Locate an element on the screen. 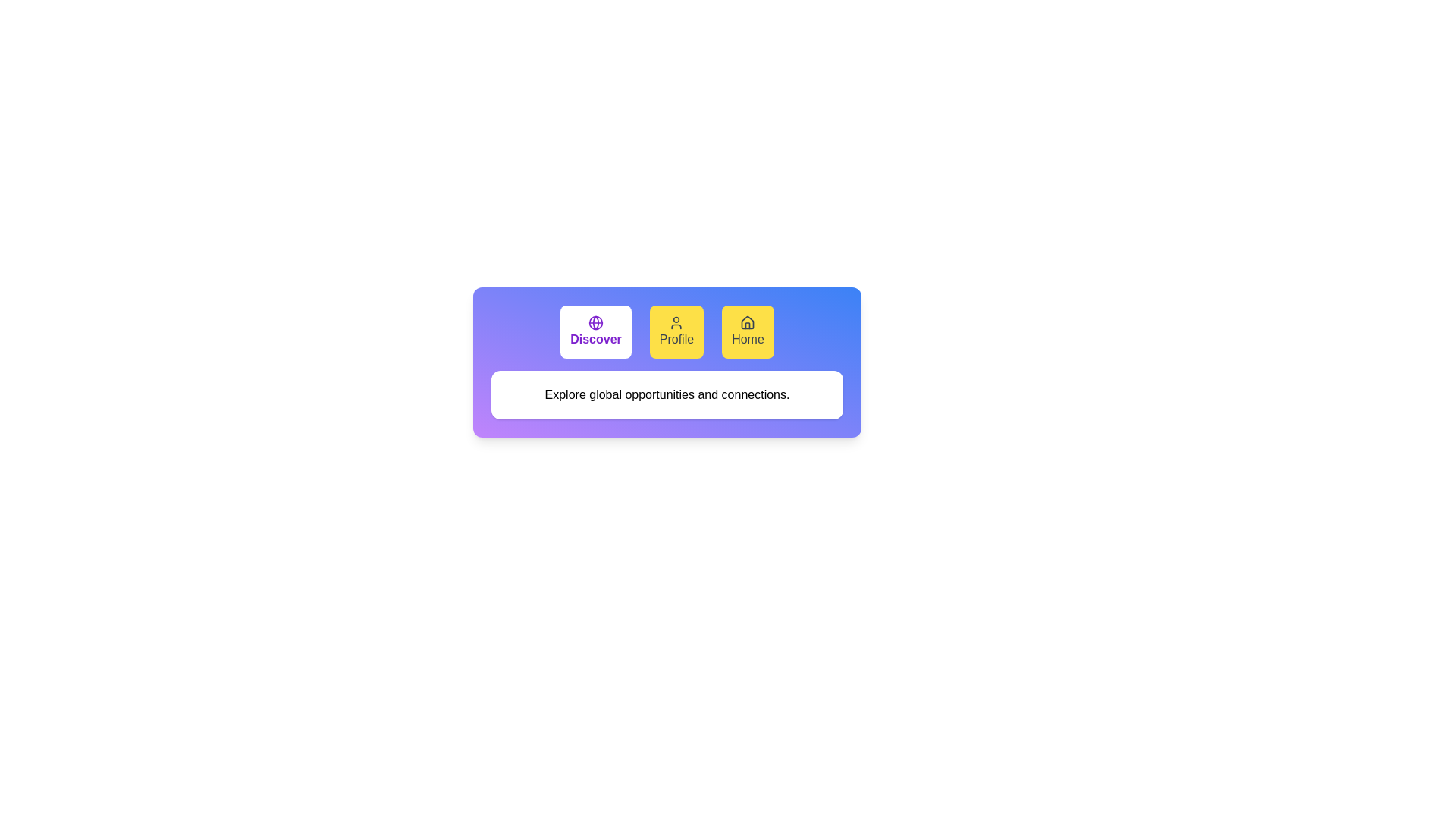 This screenshot has height=819, width=1456. the yellow rectangular 'Home' button with rounded edges is located at coordinates (748, 331).